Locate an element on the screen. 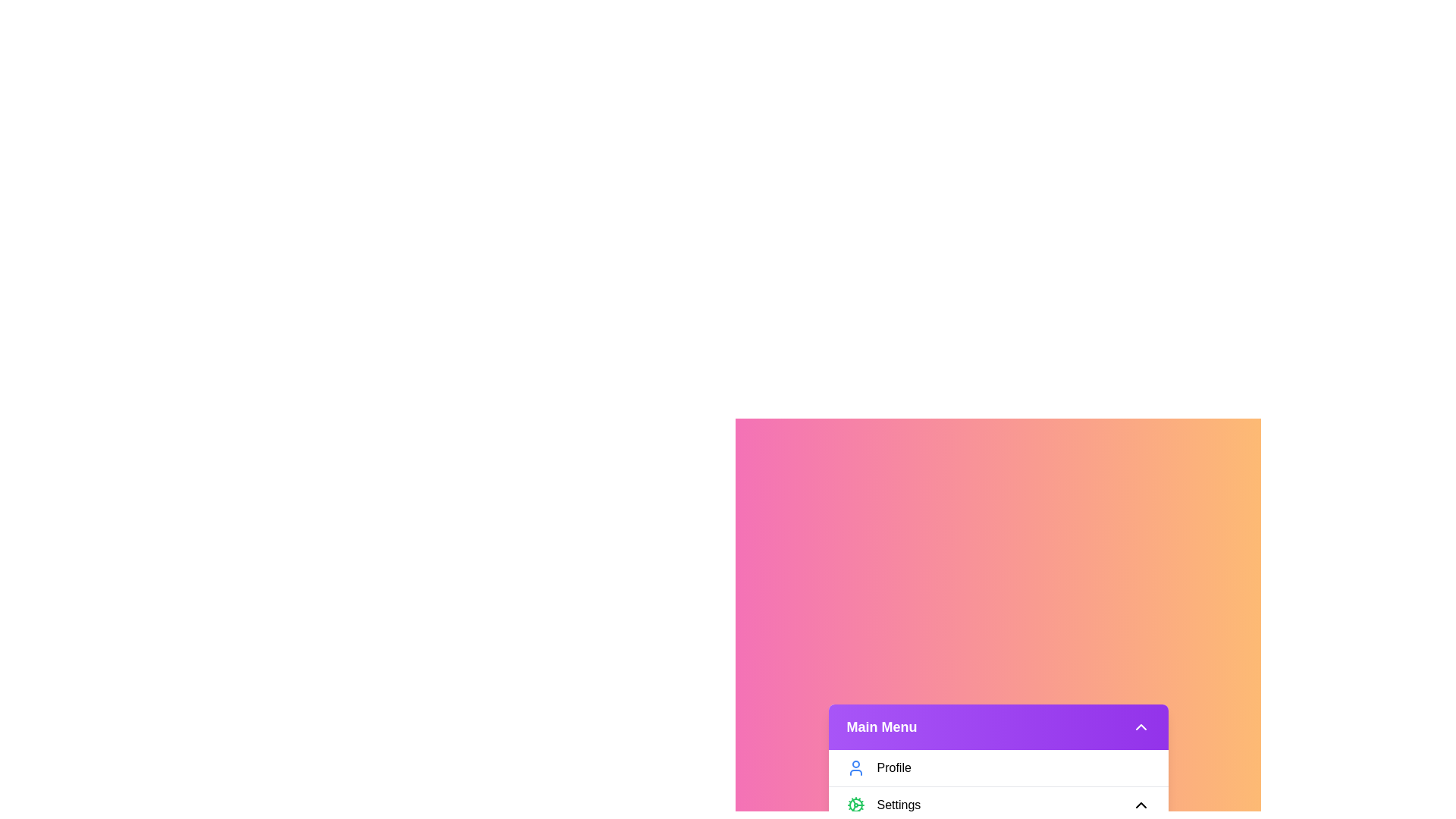 This screenshot has height=819, width=1456. the outermost circular component of the cogwheel icon in the 'Settings' section of the dropdown menu located at the bottom-right corner of the user interface, if it is interactive is located at coordinates (855, 804).